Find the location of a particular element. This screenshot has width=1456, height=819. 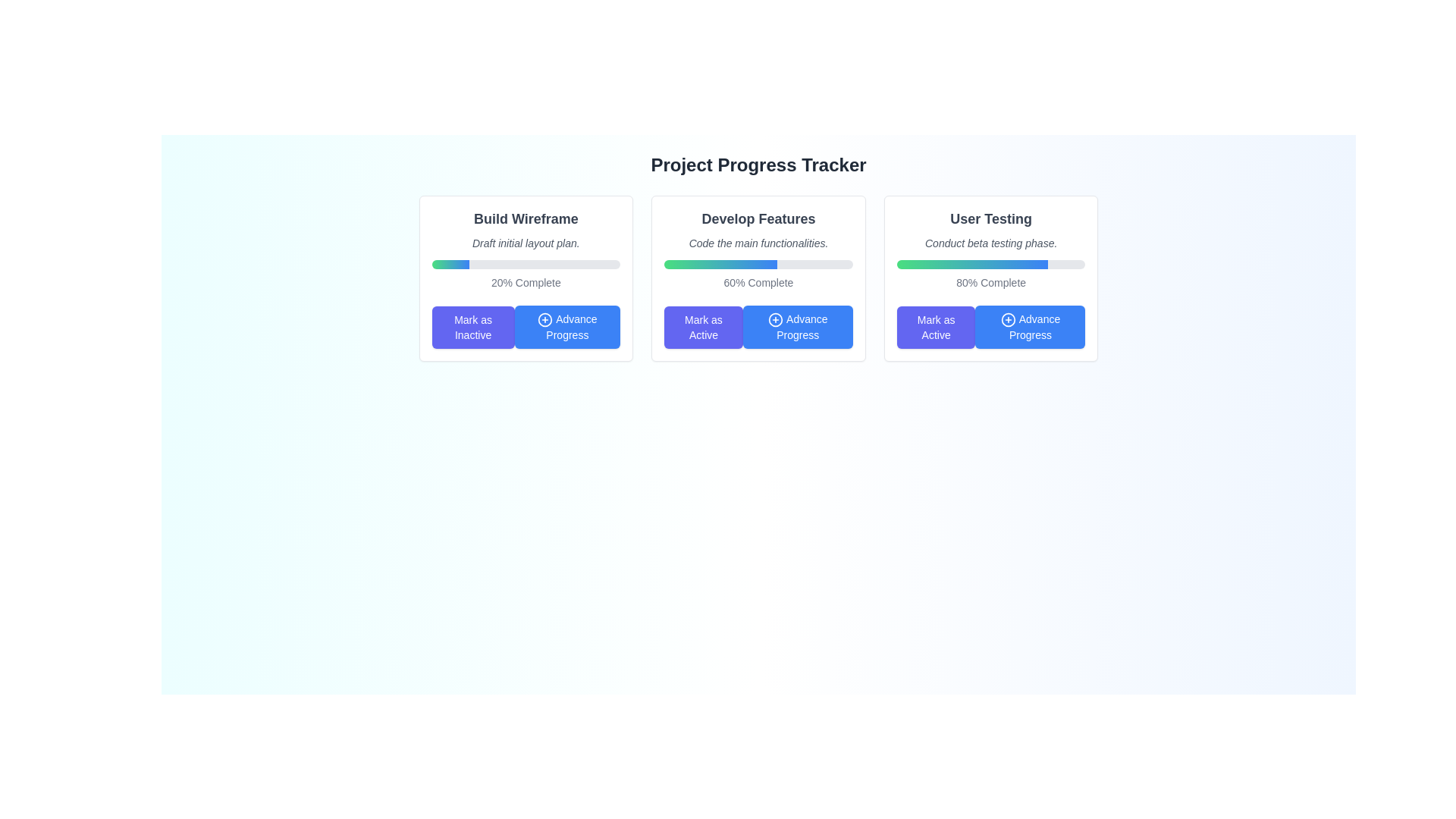

the second button in the 'Build Wireframe' section is located at coordinates (566, 326).